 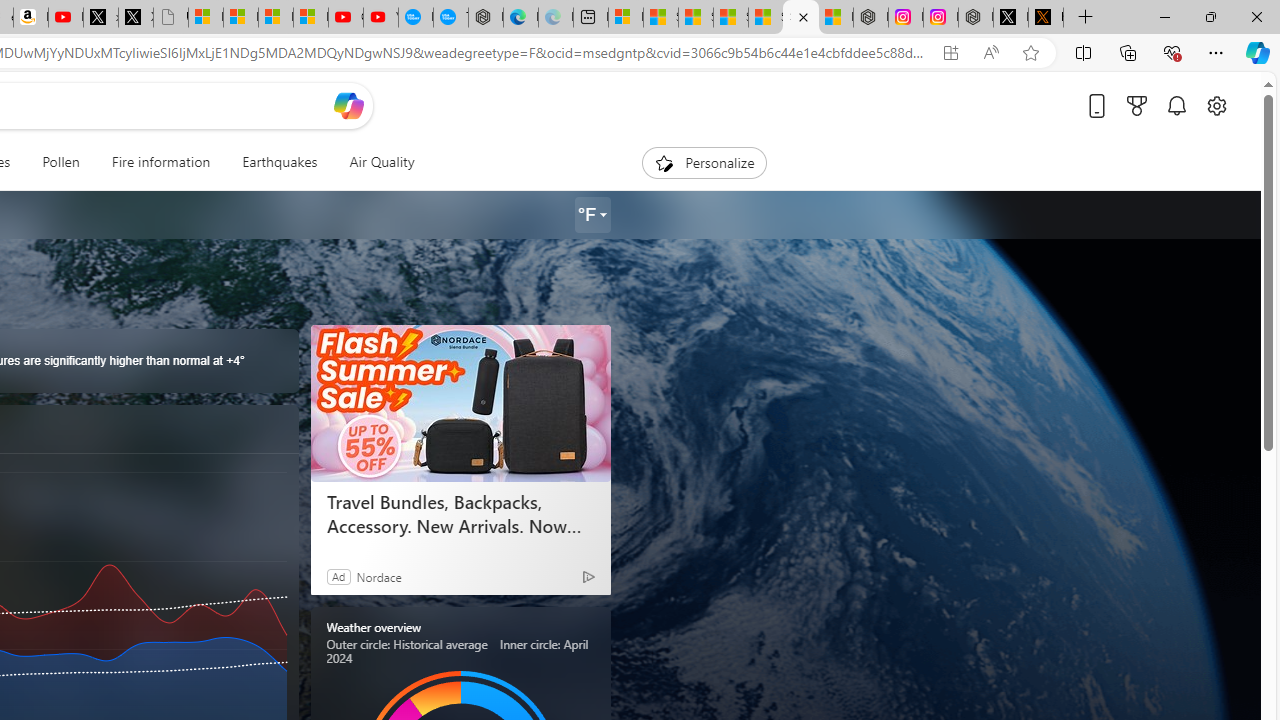 I want to click on 'Gloom - YouTube', so click(x=346, y=17).